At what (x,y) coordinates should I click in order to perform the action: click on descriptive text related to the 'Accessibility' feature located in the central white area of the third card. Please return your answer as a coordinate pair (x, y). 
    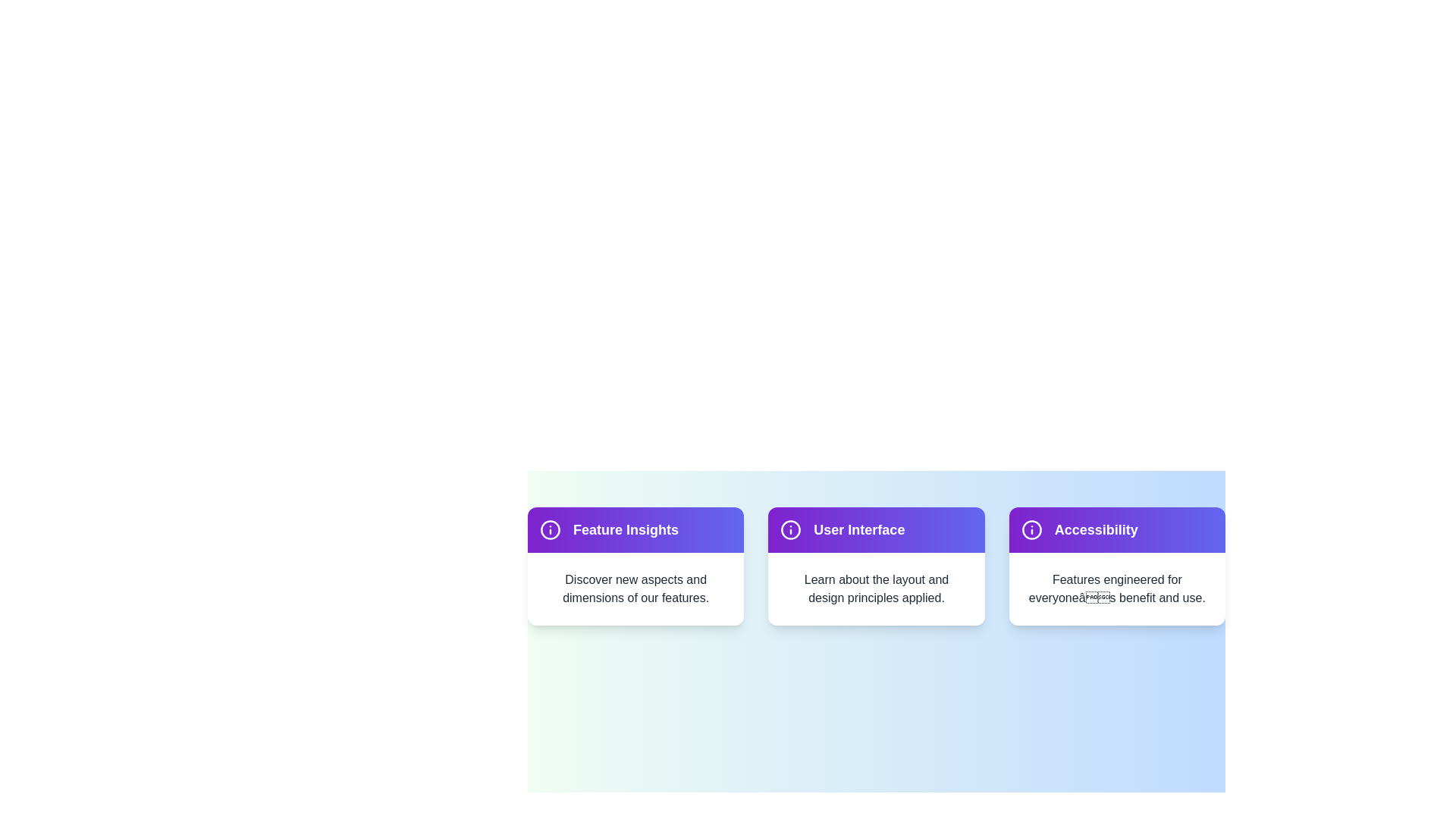
    Looking at the image, I should click on (1117, 588).